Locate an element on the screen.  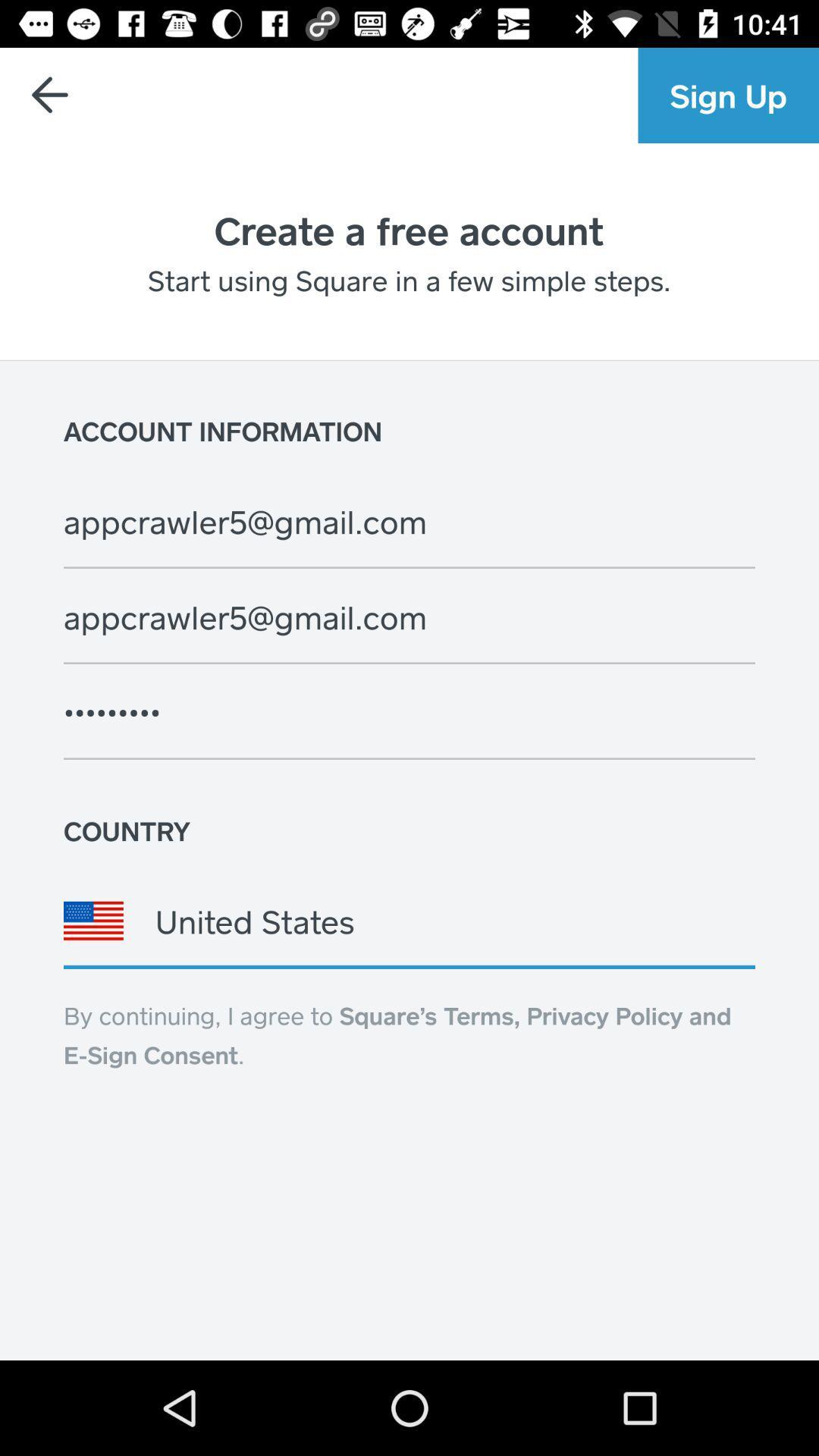
the icon above the by continuing i item is located at coordinates (409, 920).